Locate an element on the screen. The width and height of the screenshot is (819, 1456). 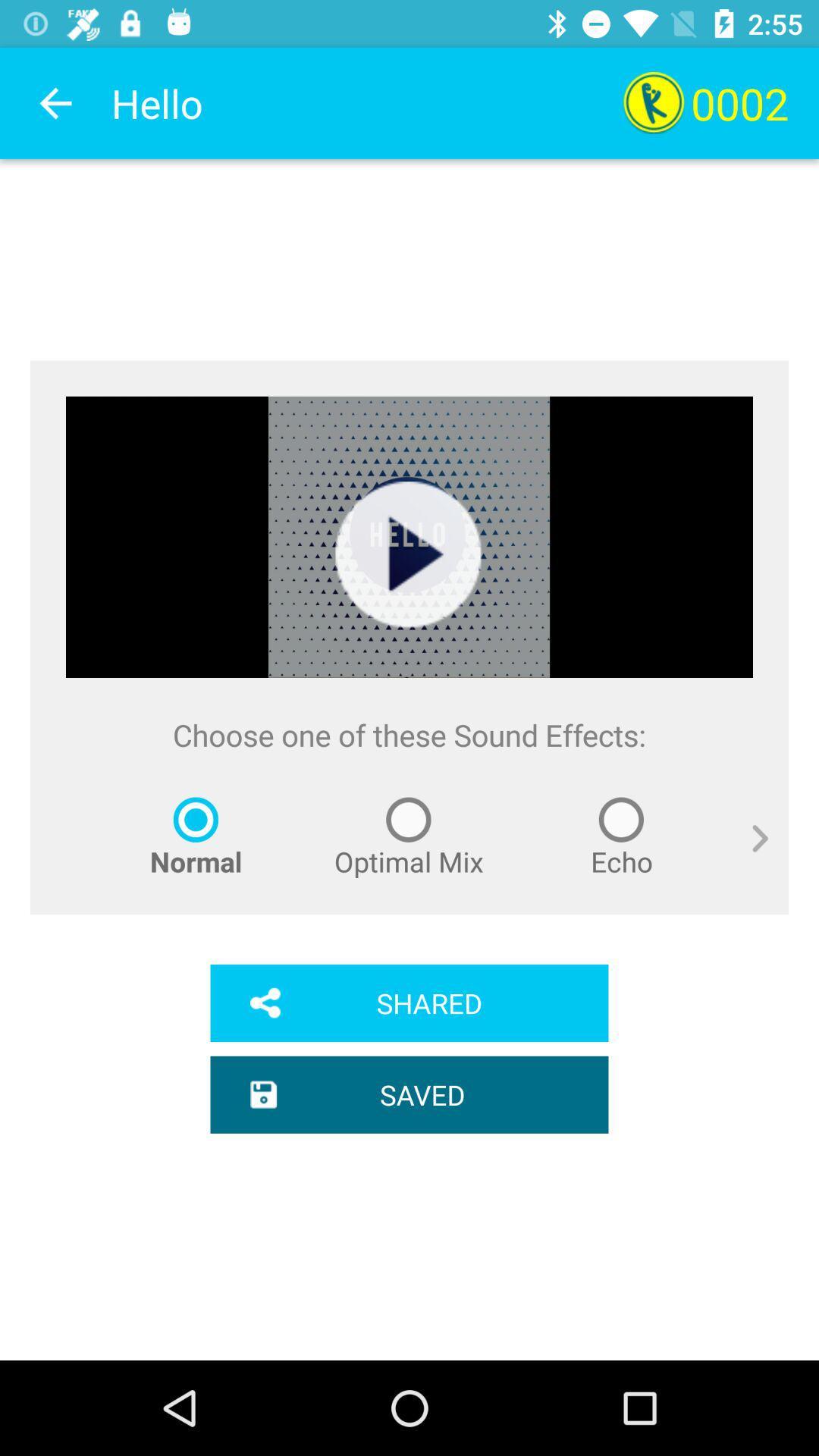
the arrow_forward icon is located at coordinates (748, 855).